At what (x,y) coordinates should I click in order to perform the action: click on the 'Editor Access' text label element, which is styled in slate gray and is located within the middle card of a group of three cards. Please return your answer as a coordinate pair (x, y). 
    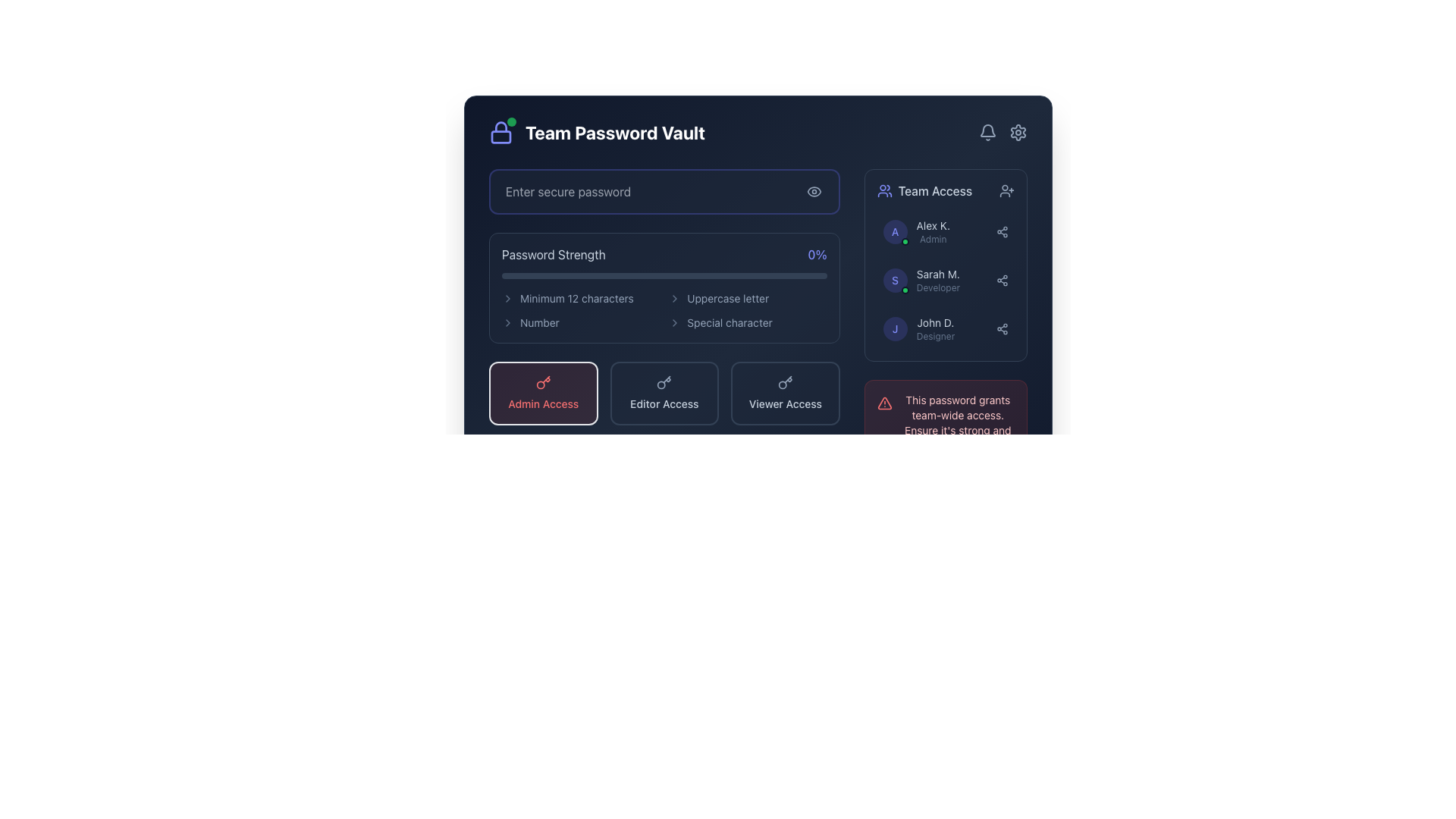
    Looking at the image, I should click on (664, 403).